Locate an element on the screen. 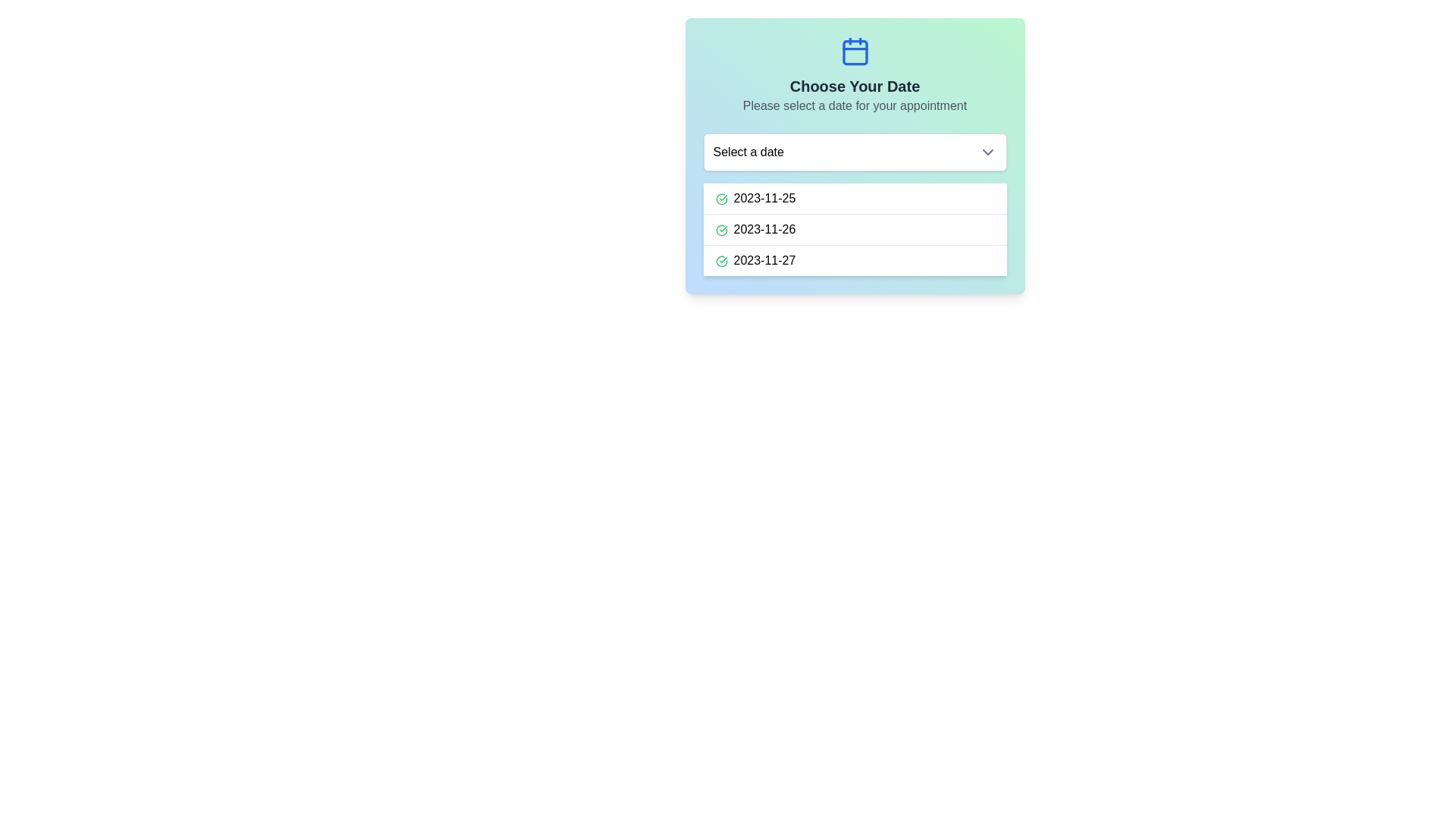 Image resolution: width=1456 pixels, height=819 pixels. the green circular icon with a checkmark inside, located in the third row of the dropdown menu aligned to the left of the text '2023-11-27', as a visual indicator is located at coordinates (720, 260).